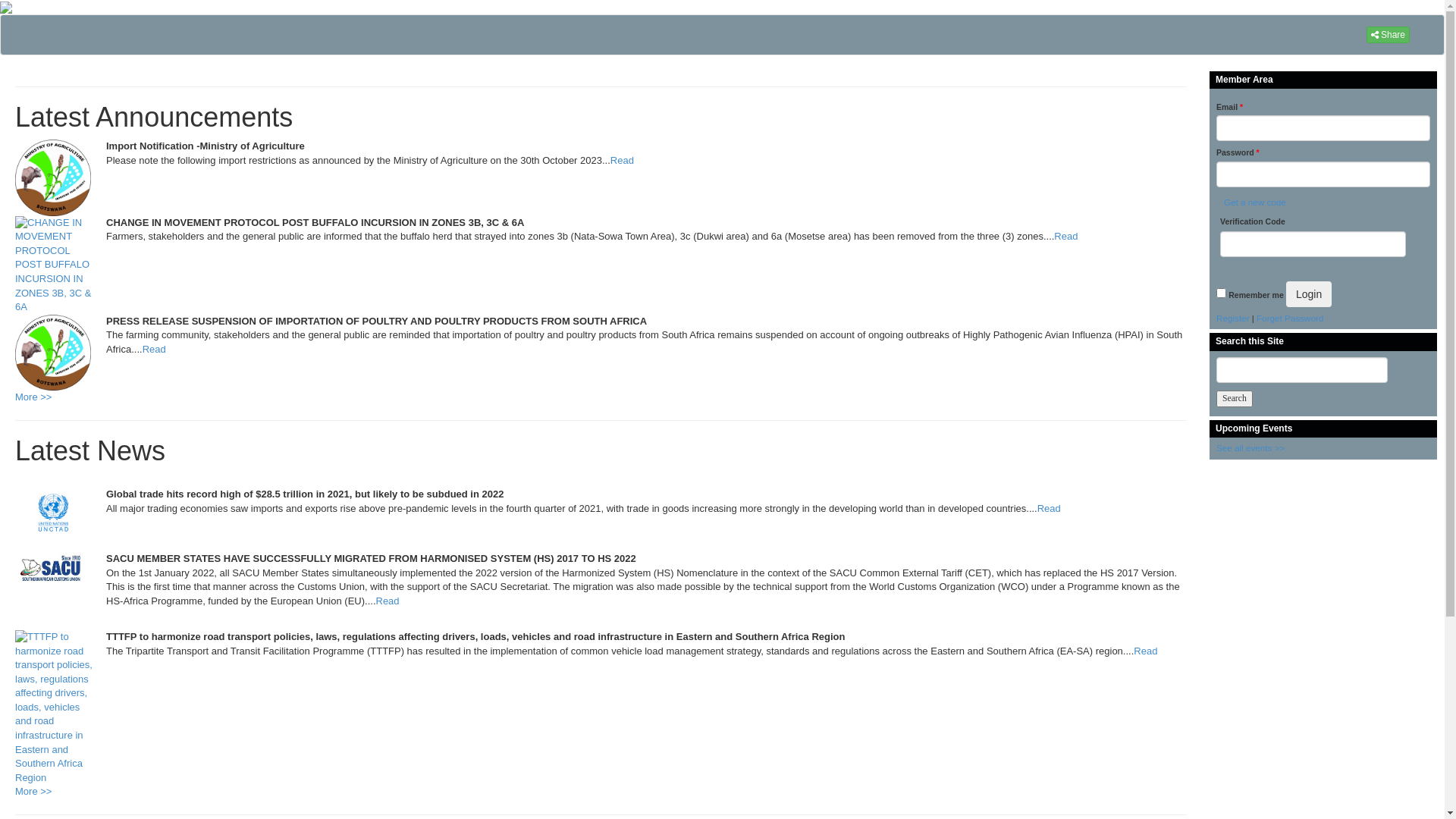 Image resolution: width=1456 pixels, height=819 pixels. I want to click on 'Register', so click(1233, 317).